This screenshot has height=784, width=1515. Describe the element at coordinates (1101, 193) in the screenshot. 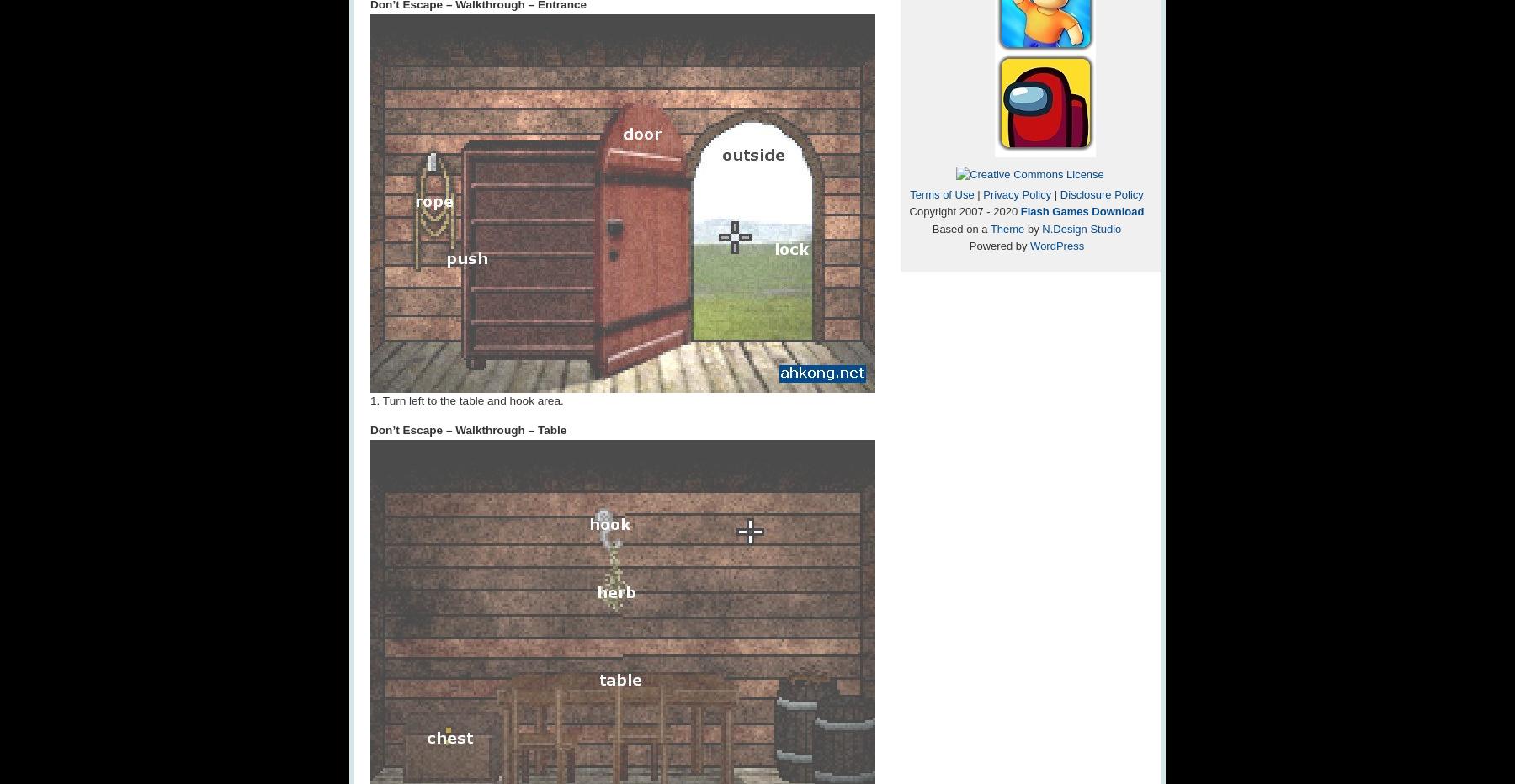

I see `'Disclosure Policy'` at that location.